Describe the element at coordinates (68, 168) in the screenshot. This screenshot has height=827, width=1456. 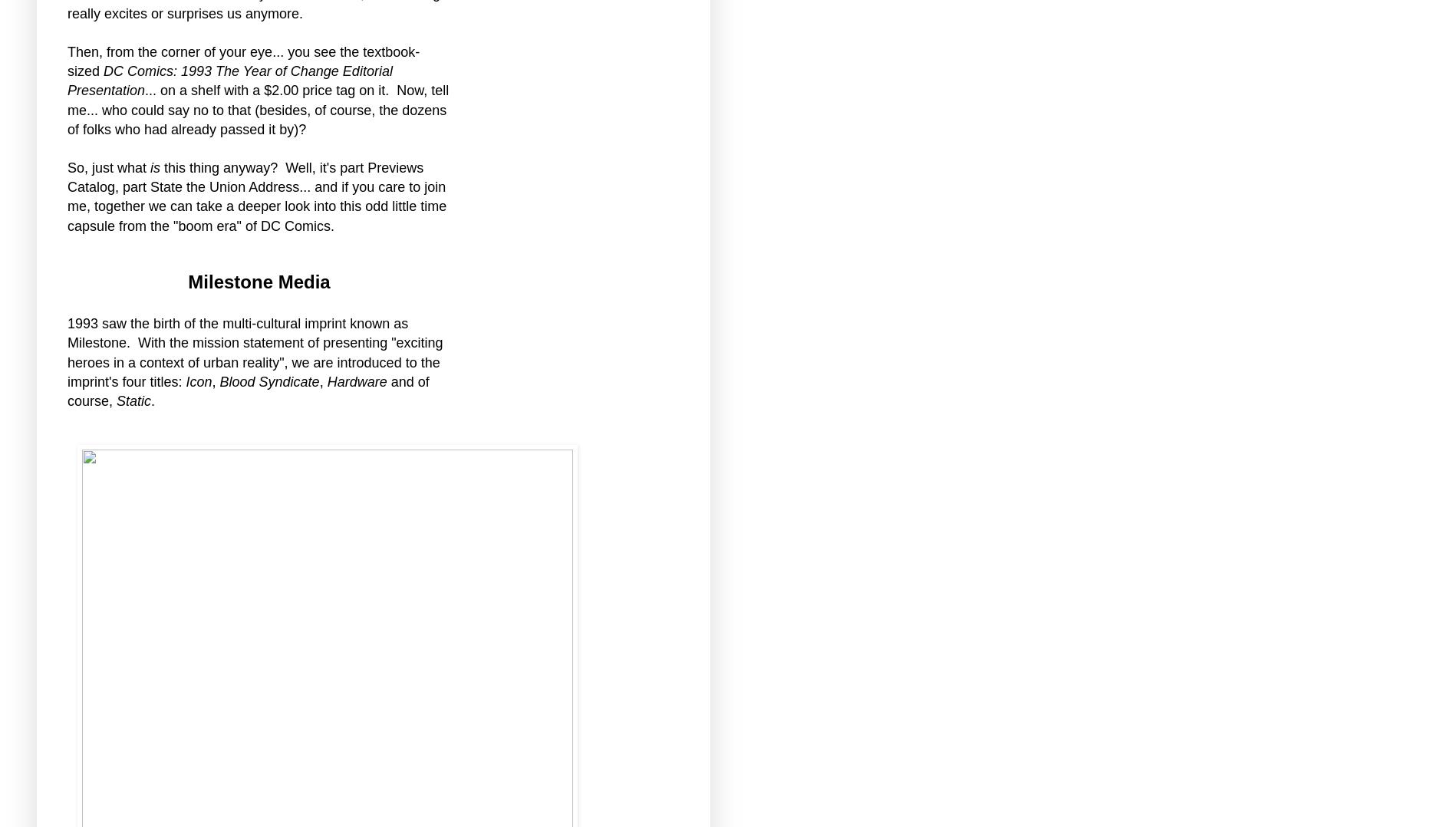
I see `'So, just what'` at that location.